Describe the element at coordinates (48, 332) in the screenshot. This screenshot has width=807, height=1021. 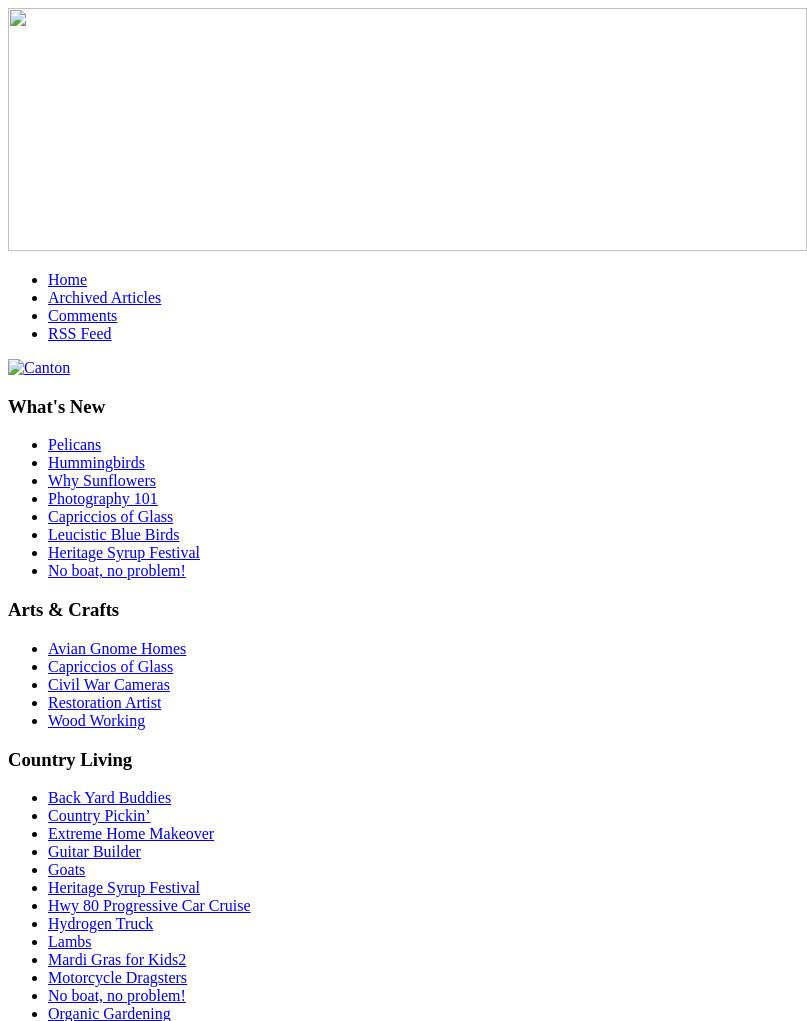
I see `'RSS Feed'` at that location.